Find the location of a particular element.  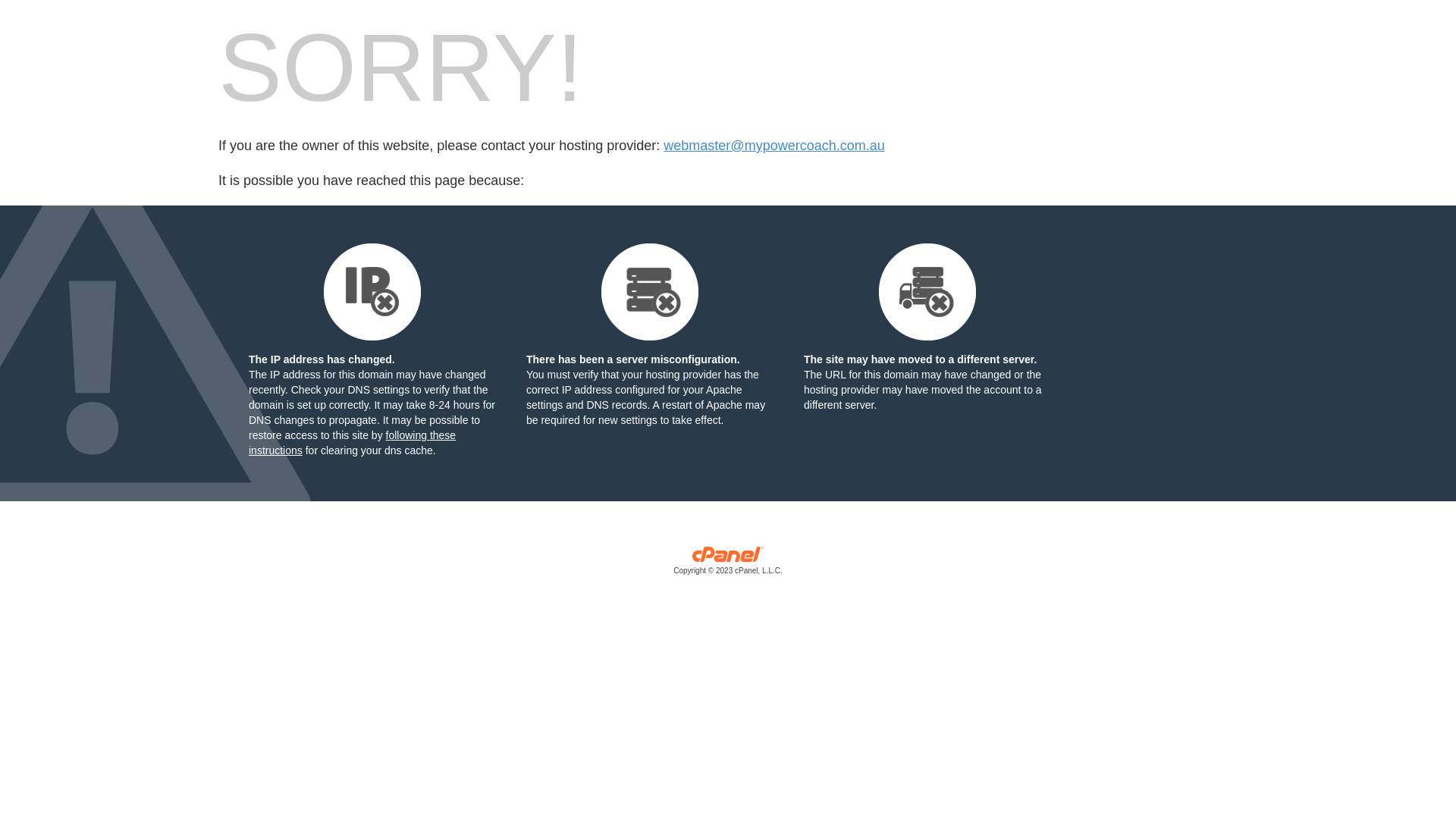

'webmaster@mypowercoach.com.au' is located at coordinates (773, 146).